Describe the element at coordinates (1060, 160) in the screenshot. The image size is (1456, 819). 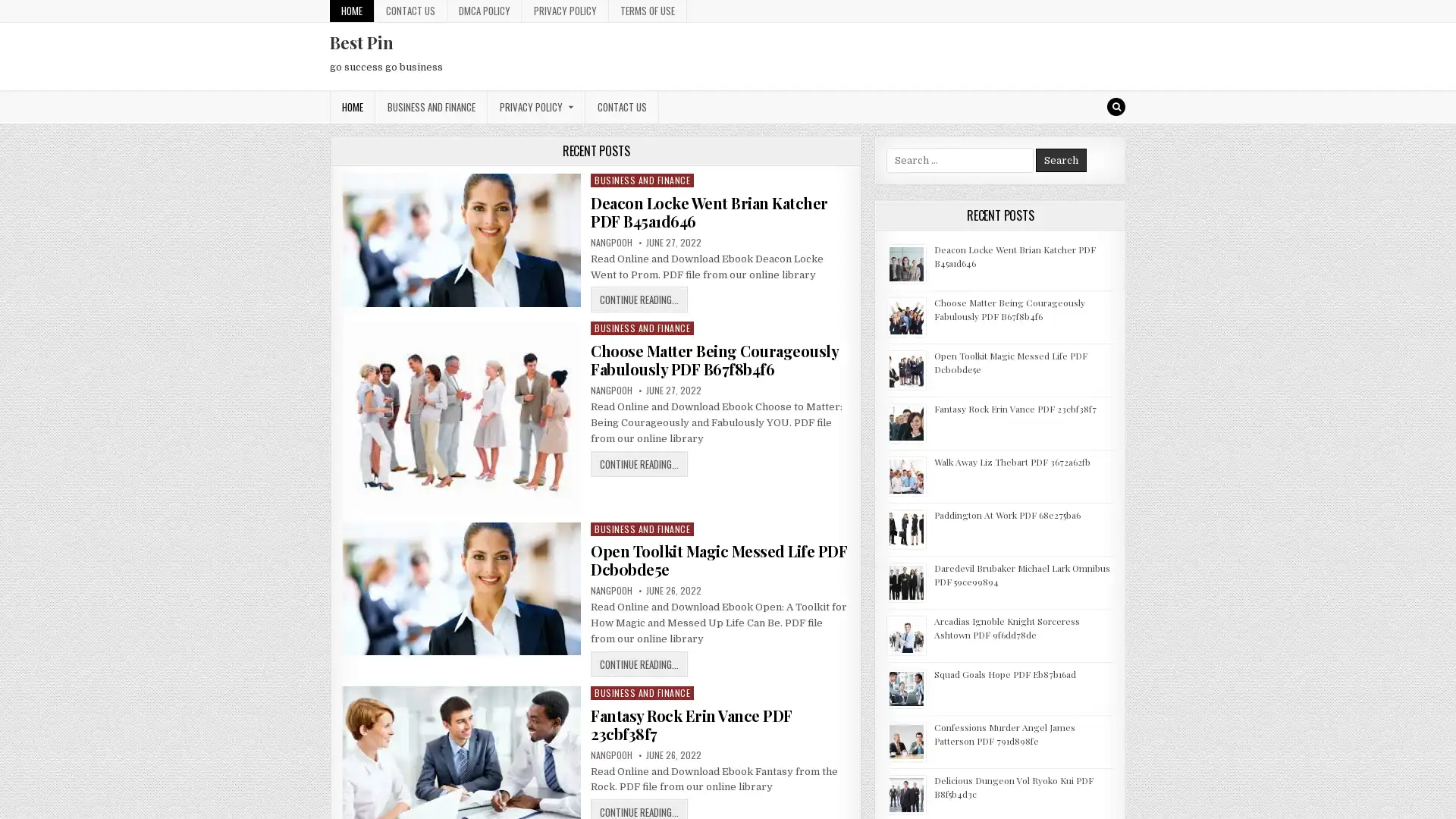
I see `Search` at that location.